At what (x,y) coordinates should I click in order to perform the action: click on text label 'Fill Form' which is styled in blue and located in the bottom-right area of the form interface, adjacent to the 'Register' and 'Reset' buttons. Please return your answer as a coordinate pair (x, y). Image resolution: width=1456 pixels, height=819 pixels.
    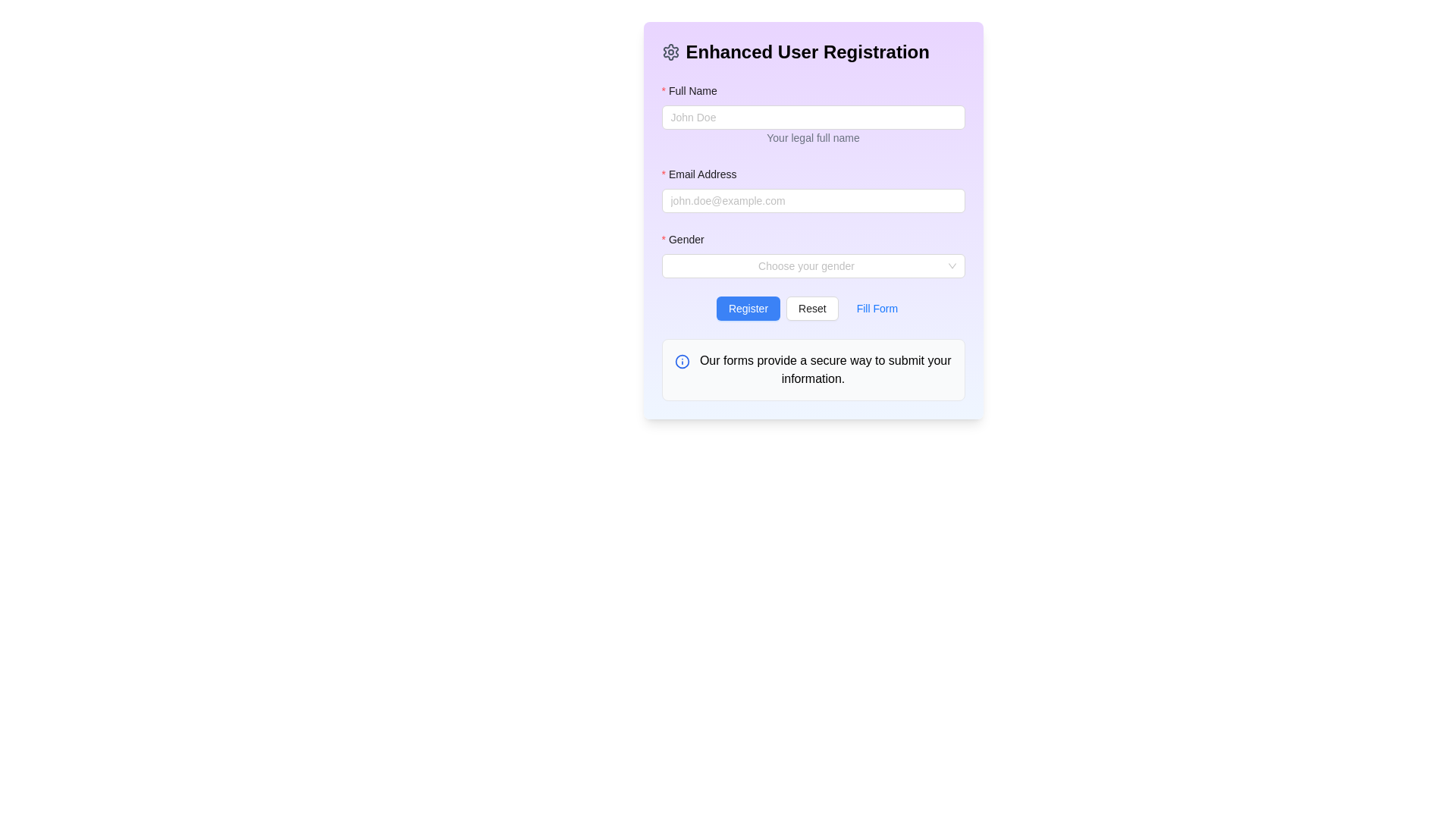
    Looking at the image, I should click on (877, 308).